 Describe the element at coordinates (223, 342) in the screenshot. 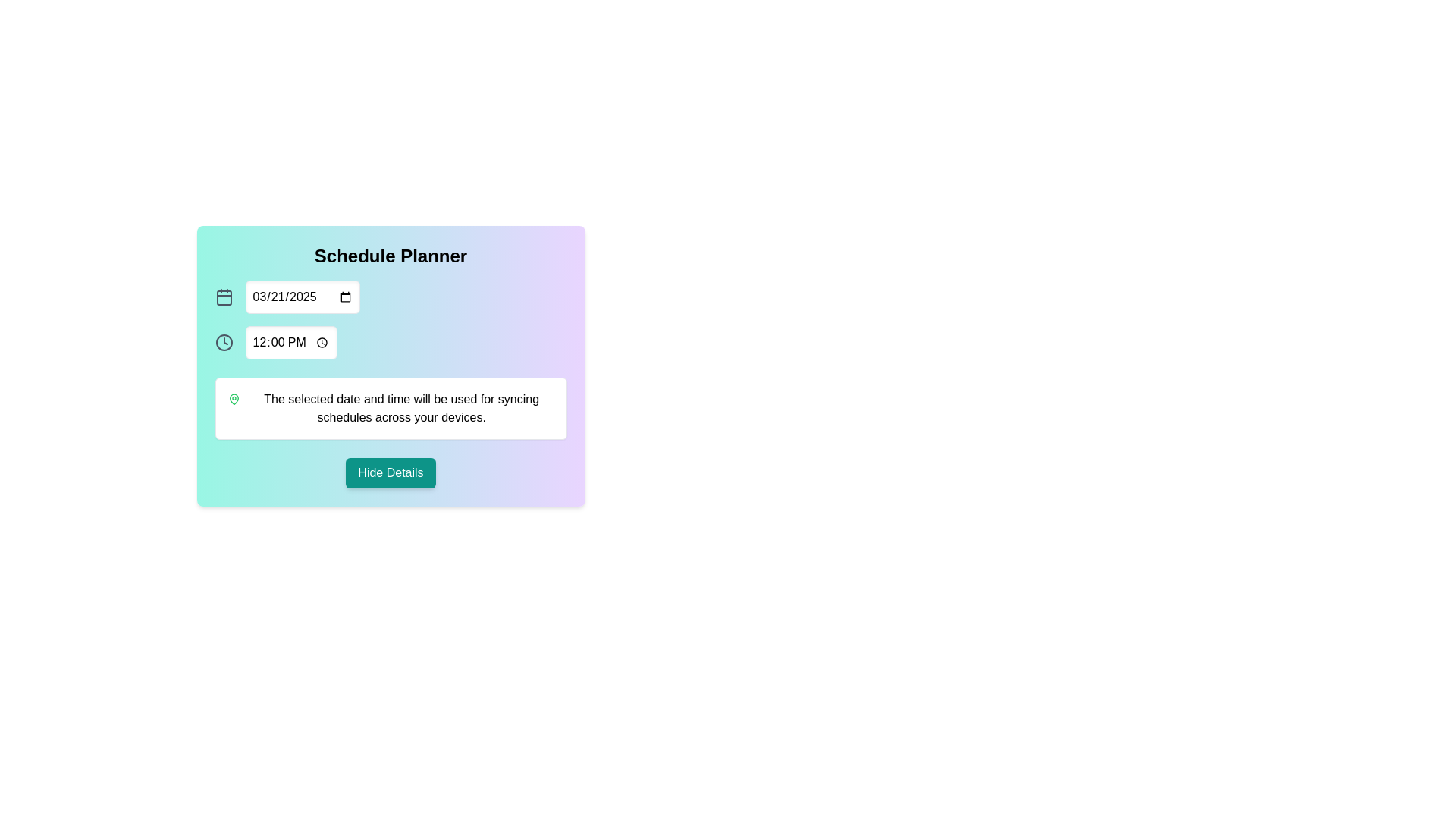

I see `the time icon located above the '12:00 PM' time input field` at that location.